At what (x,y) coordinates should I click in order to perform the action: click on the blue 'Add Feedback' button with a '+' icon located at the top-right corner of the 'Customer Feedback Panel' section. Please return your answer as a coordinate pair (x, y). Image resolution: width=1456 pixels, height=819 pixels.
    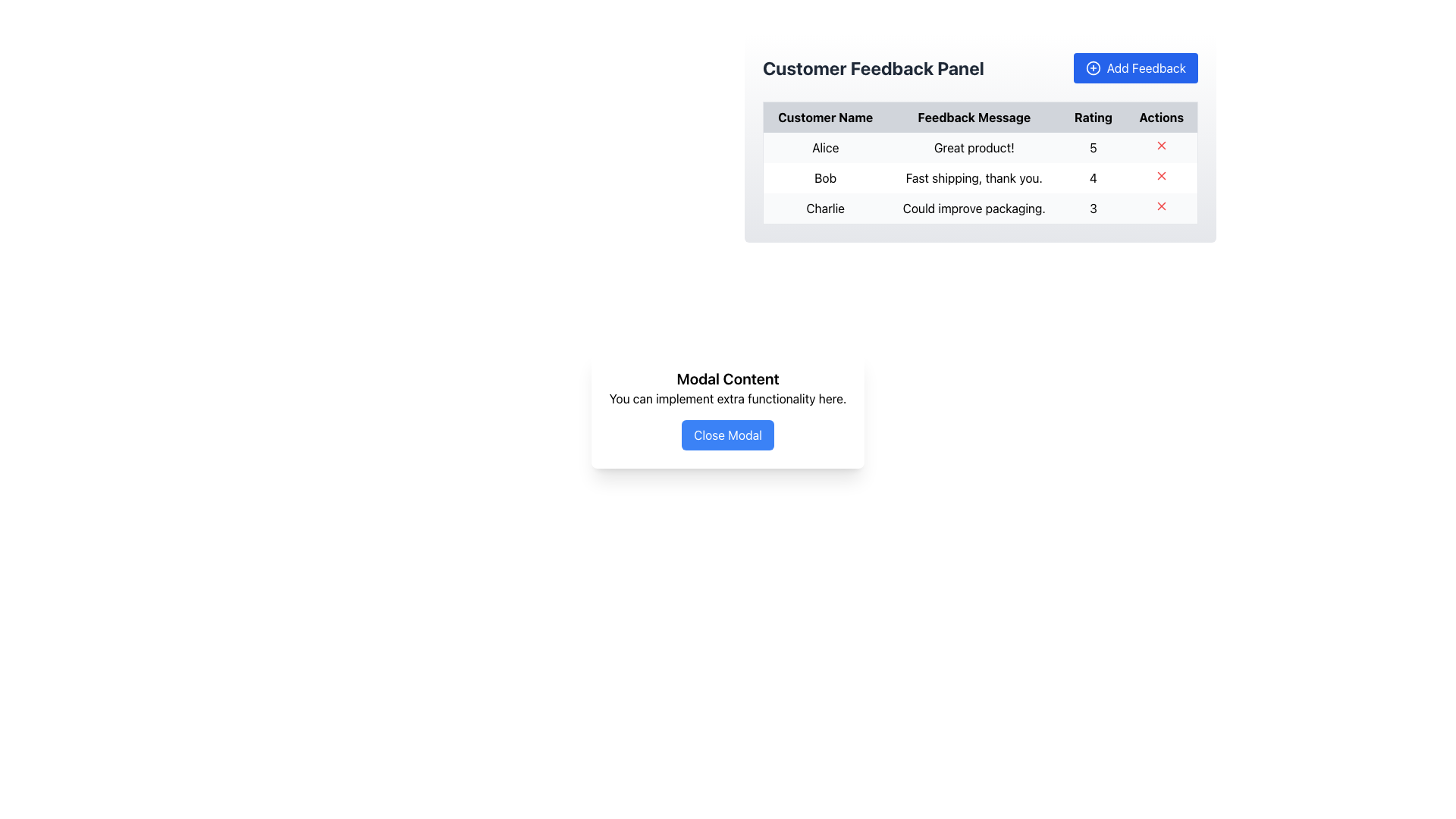
    Looking at the image, I should click on (1135, 67).